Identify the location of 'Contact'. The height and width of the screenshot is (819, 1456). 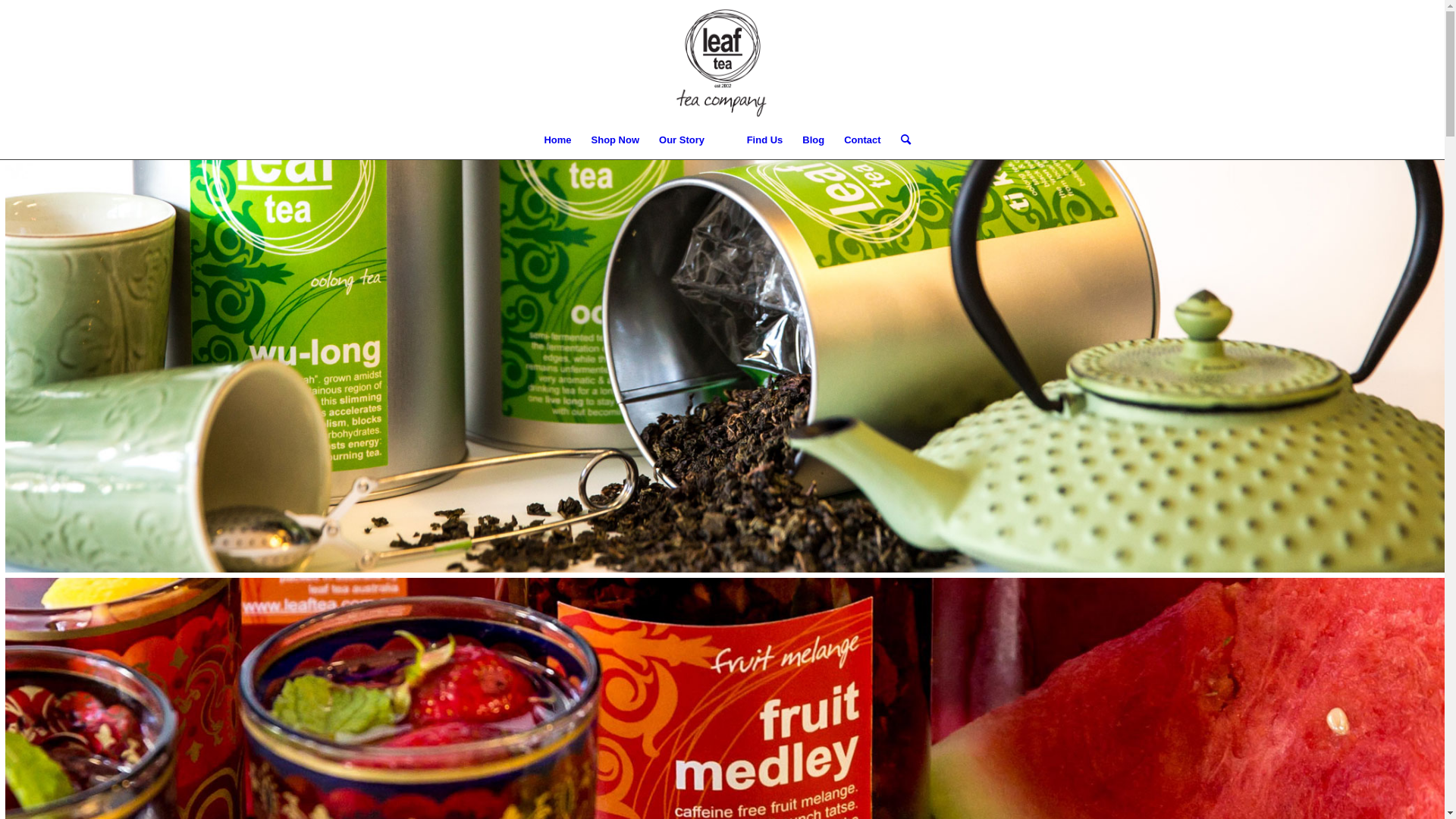
(833, 140).